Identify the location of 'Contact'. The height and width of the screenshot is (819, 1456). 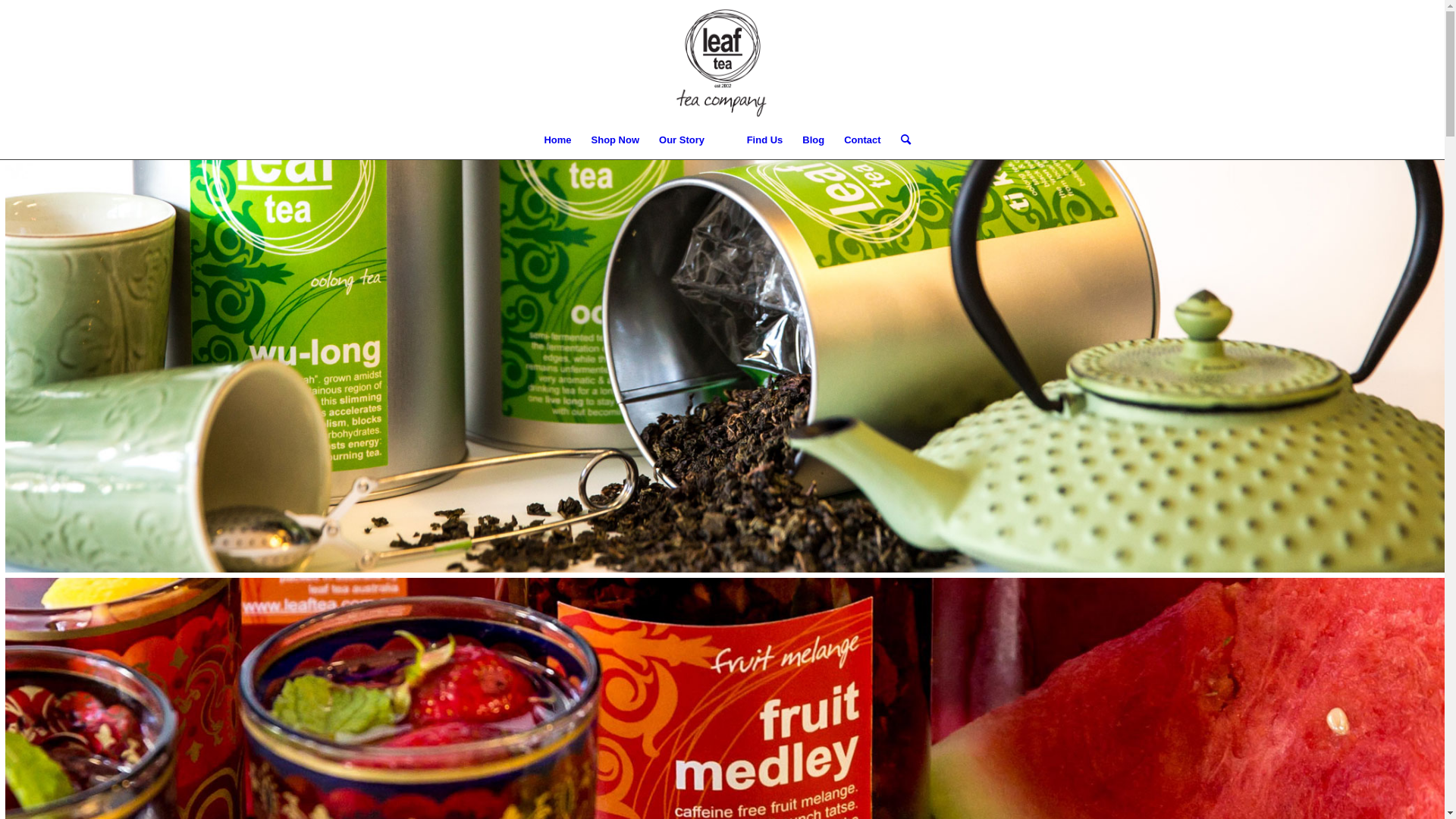
(833, 140).